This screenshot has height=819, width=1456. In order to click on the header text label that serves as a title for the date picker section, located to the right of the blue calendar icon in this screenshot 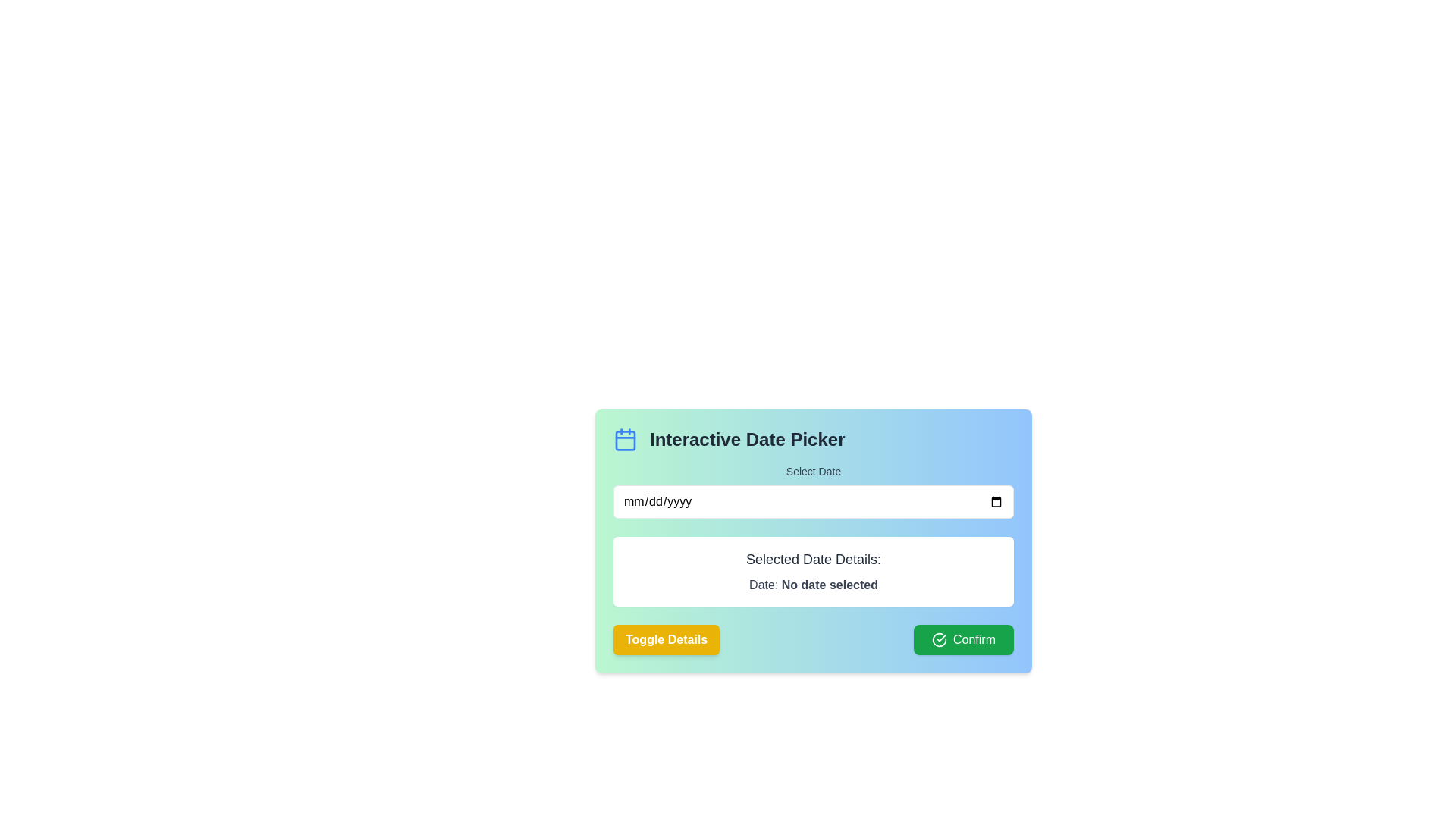, I will do `click(747, 439)`.